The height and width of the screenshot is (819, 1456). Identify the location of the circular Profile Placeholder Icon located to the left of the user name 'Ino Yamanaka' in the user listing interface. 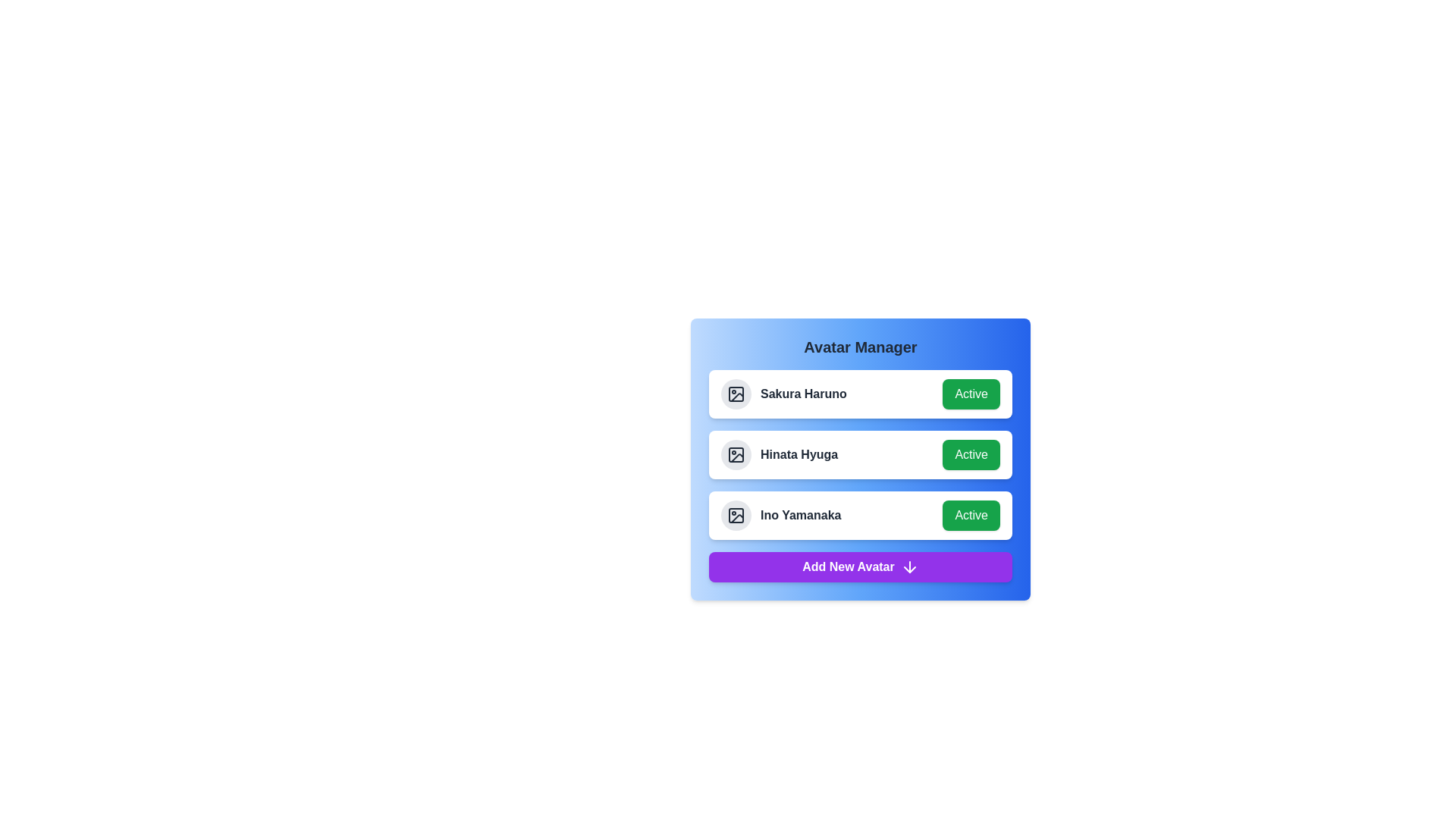
(736, 514).